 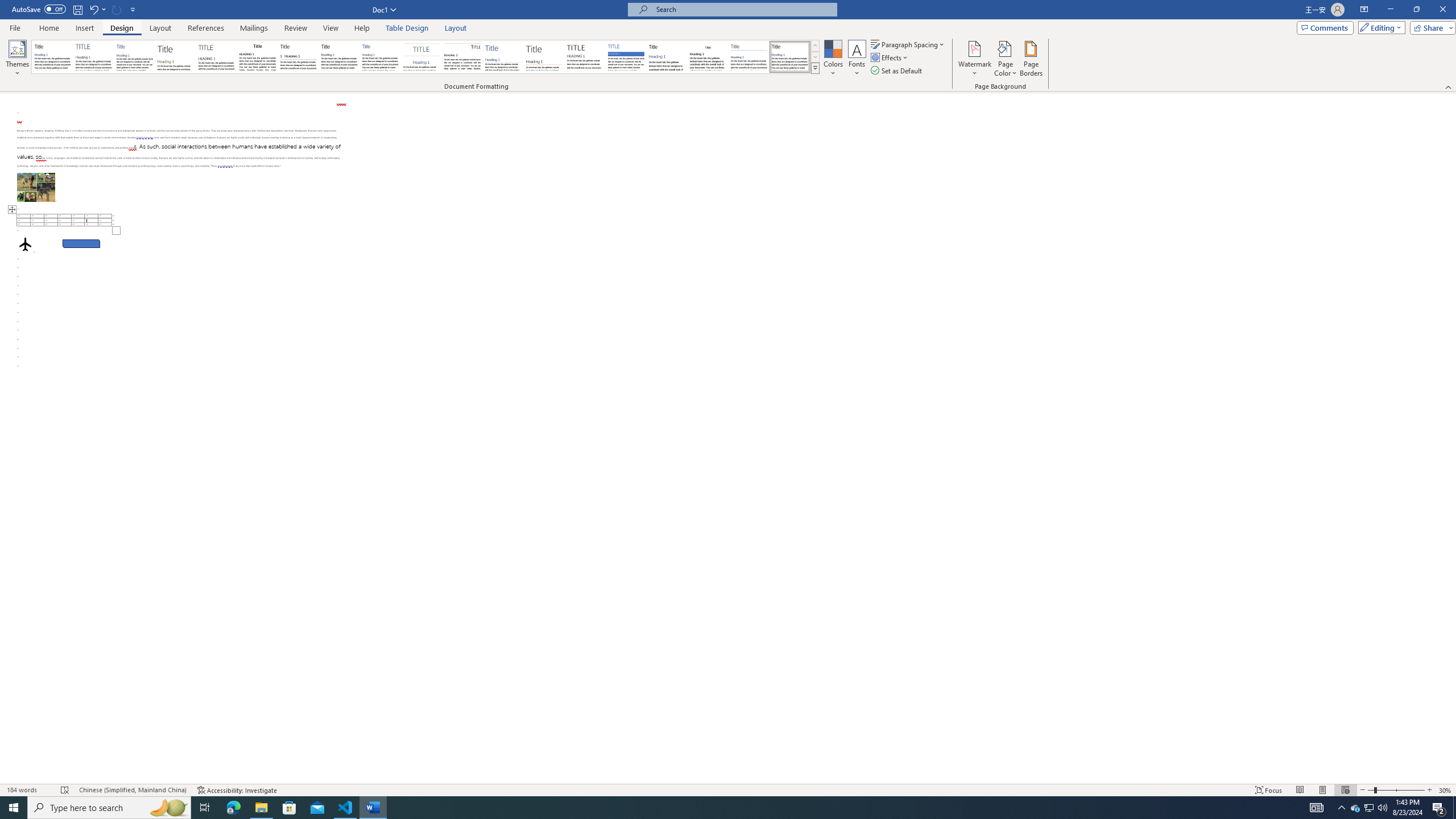 I want to click on 'Morphological variation in six dogs', so click(x=36, y=187).